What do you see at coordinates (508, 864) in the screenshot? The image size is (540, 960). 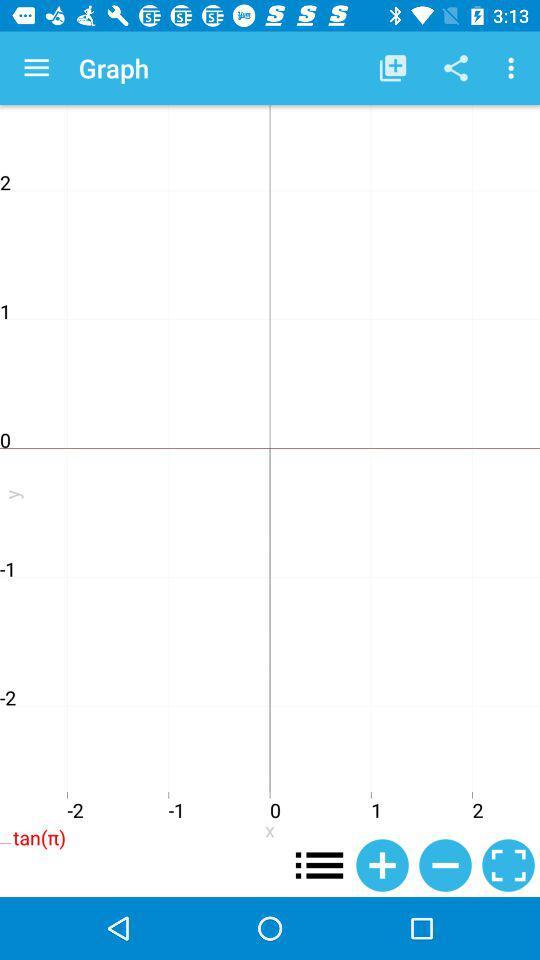 I see `the fullscreen icon` at bounding box center [508, 864].